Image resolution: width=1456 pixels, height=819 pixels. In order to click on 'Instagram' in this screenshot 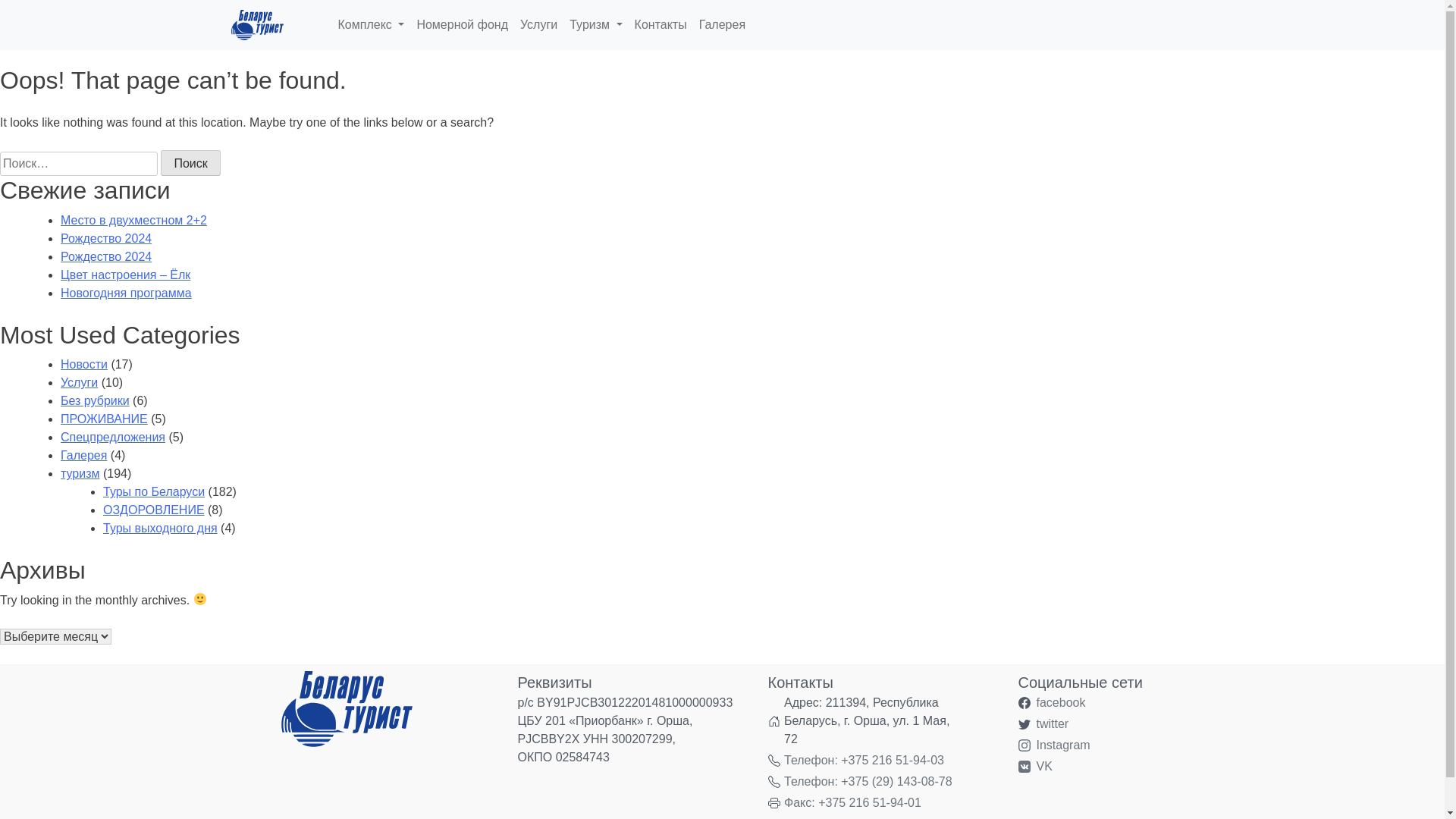, I will do `click(1062, 745)`.